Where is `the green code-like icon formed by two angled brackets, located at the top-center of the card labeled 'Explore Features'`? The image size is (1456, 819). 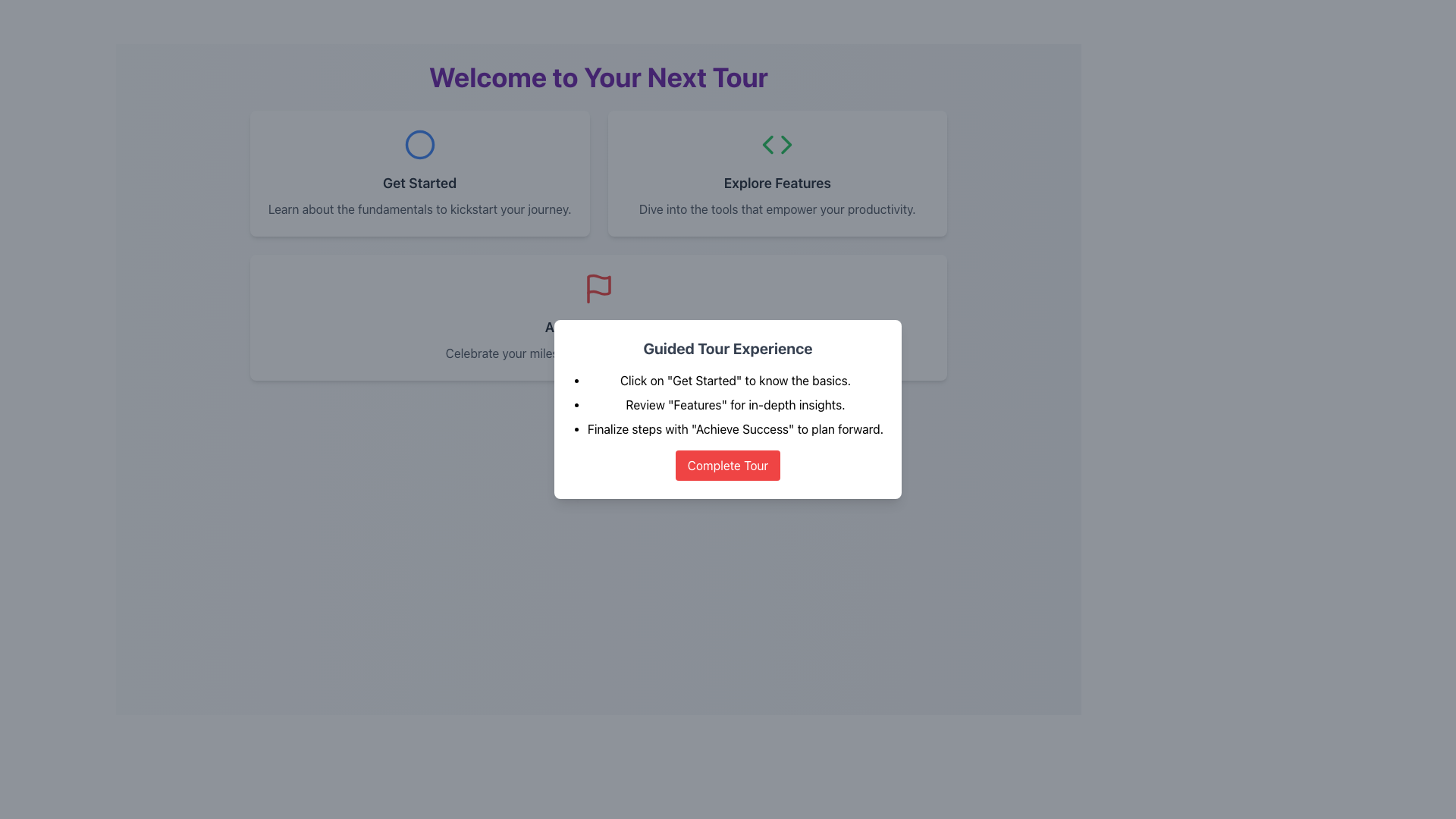
the green code-like icon formed by two angled brackets, located at the top-center of the card labeled 'Explore Features' is located at coordinates (777, 145).